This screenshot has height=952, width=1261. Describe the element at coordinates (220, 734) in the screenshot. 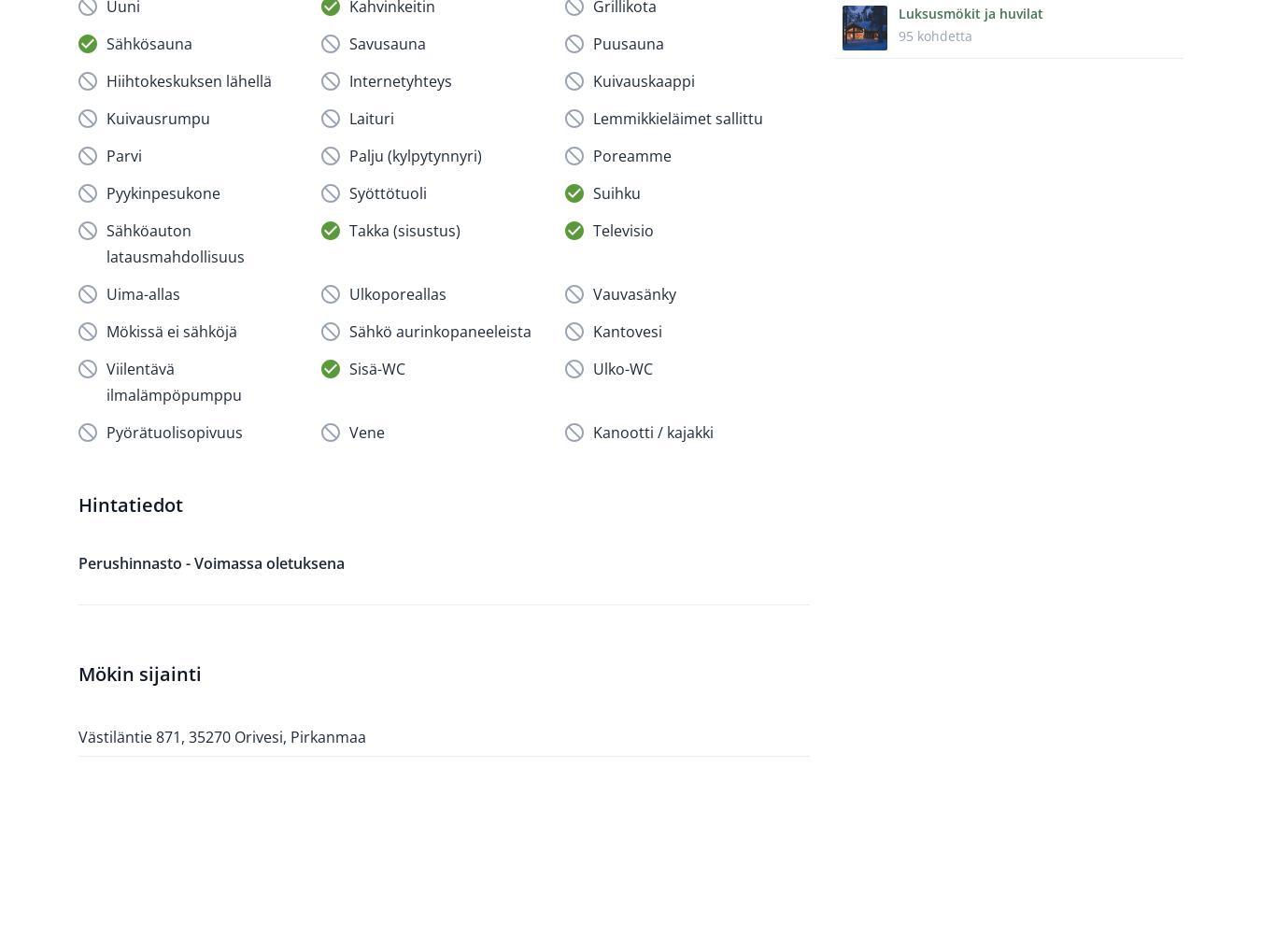

I see `'Västiläntie 871, 35270 Orivesi, Pirkanmaa'` at that location.